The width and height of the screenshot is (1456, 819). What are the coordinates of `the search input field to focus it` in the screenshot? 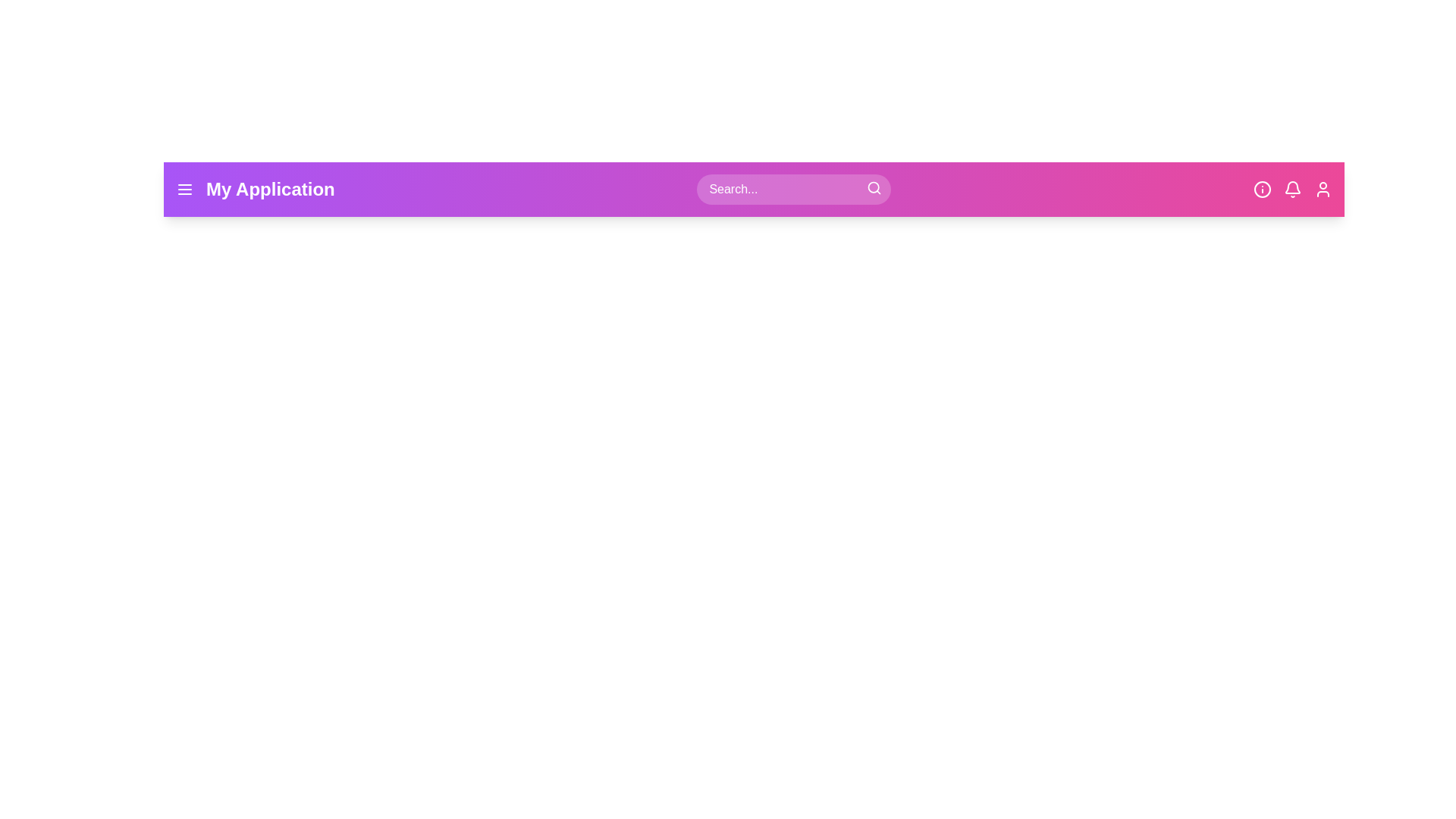 It's located at (793, 189).